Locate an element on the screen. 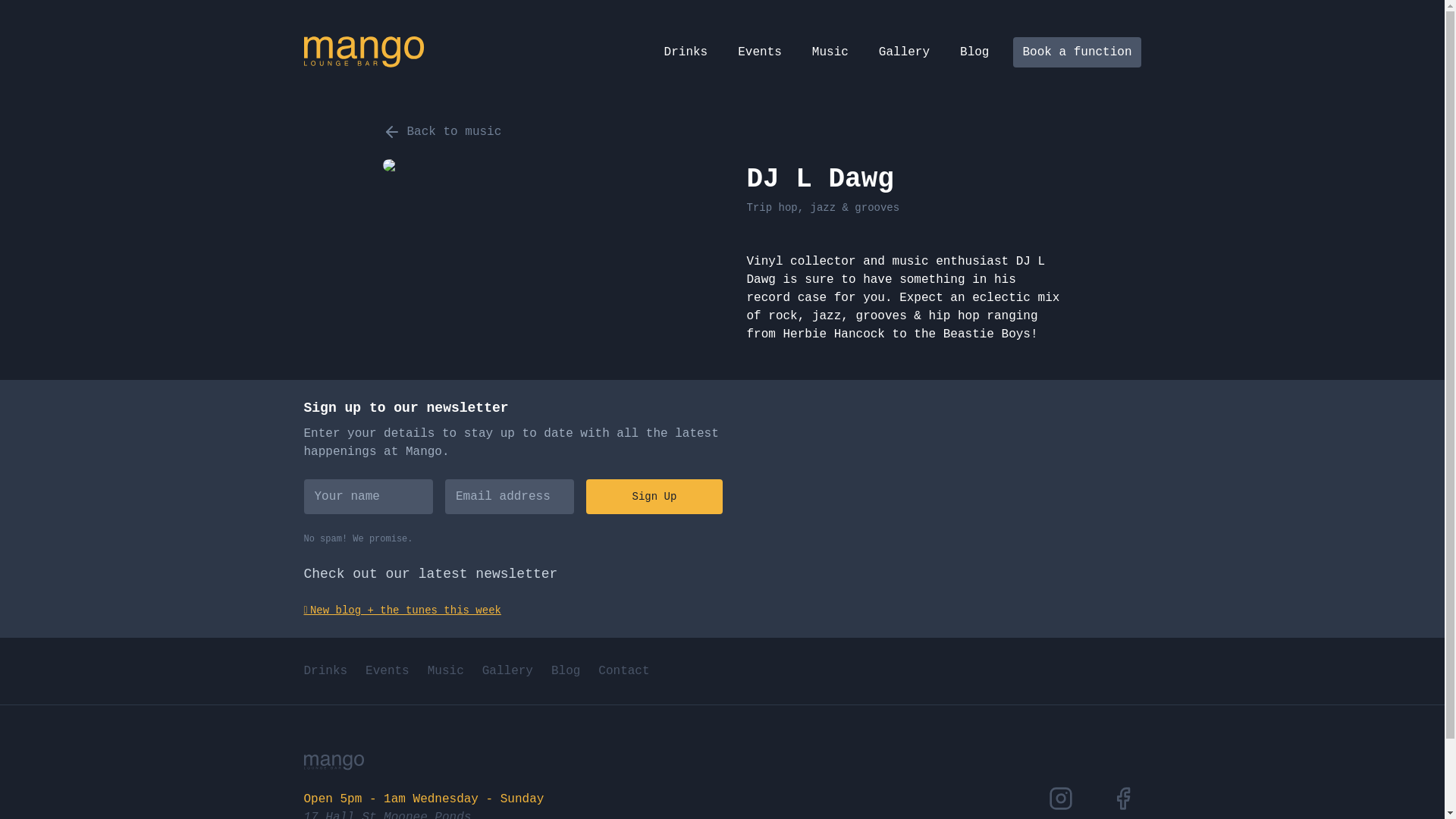 This screenshot has height=819, width=1456. 'Book a function' is located at coordinates (1076, 52).